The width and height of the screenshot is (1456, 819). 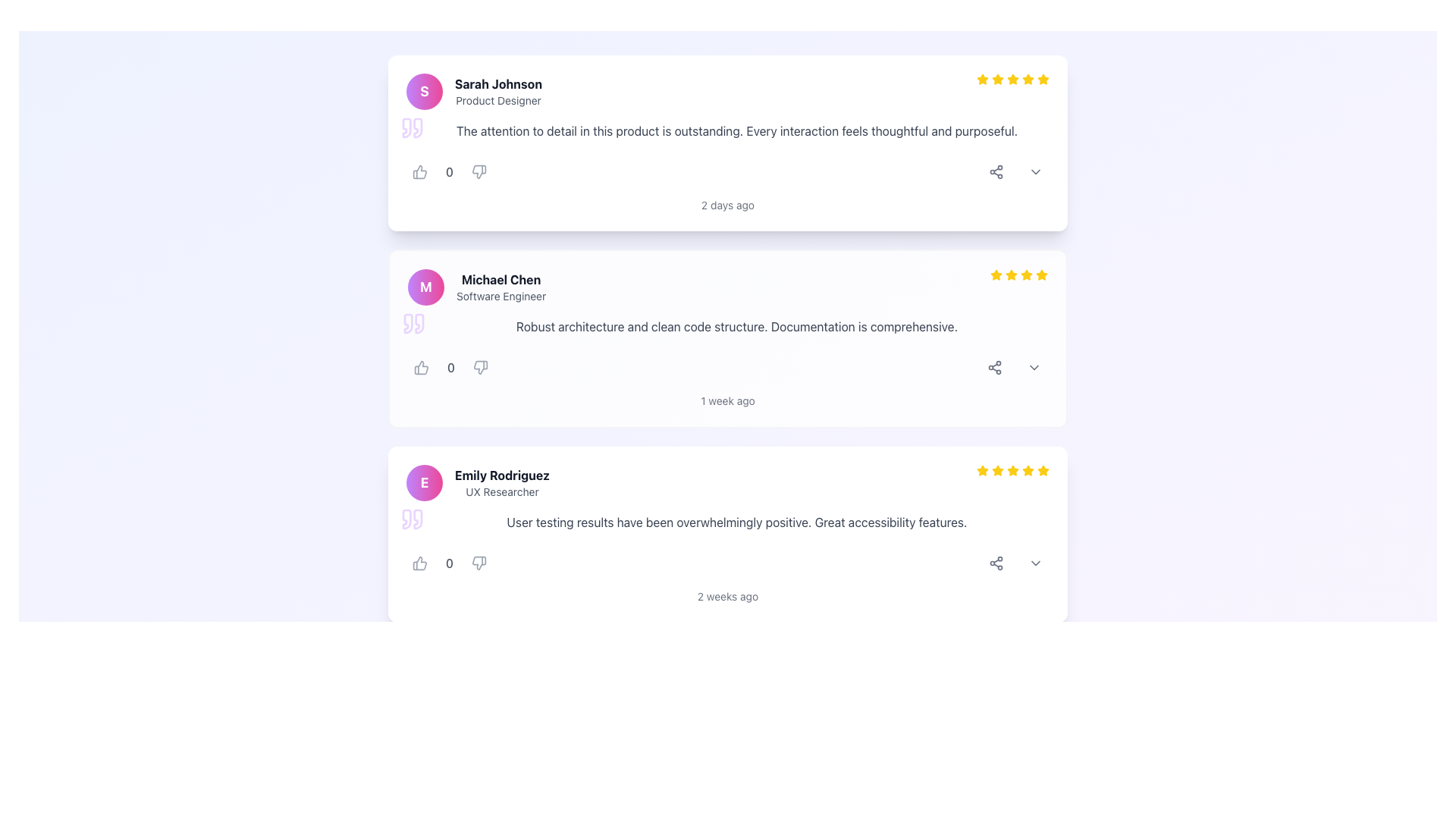 I want to click on the middle star in the star rating system located at the top-right corner of Michael Chen's comment box, so click(x=1019, y=275).